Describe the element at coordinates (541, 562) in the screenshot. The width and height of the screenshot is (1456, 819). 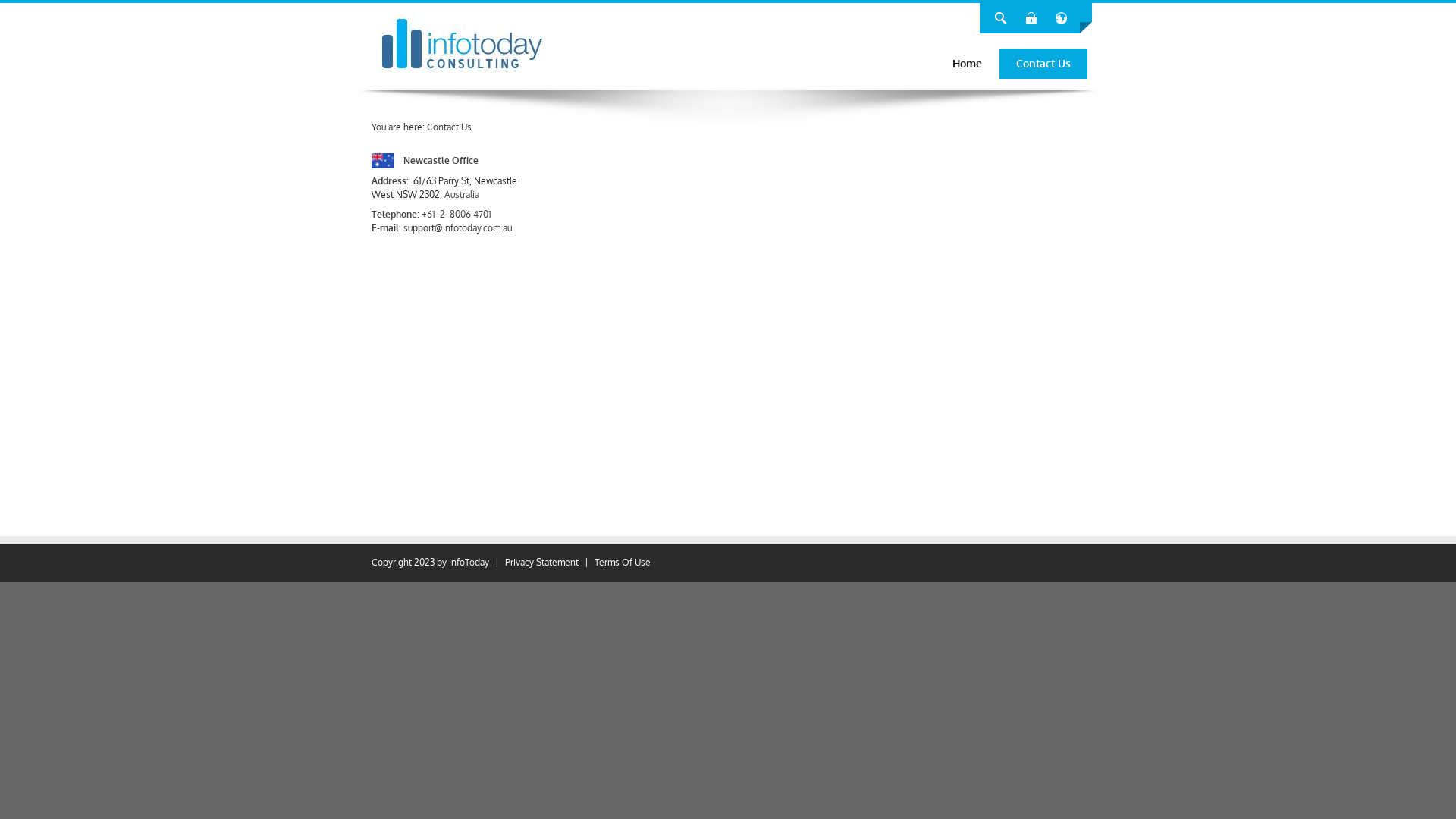
I see `'Privacy Statement'` at that location.